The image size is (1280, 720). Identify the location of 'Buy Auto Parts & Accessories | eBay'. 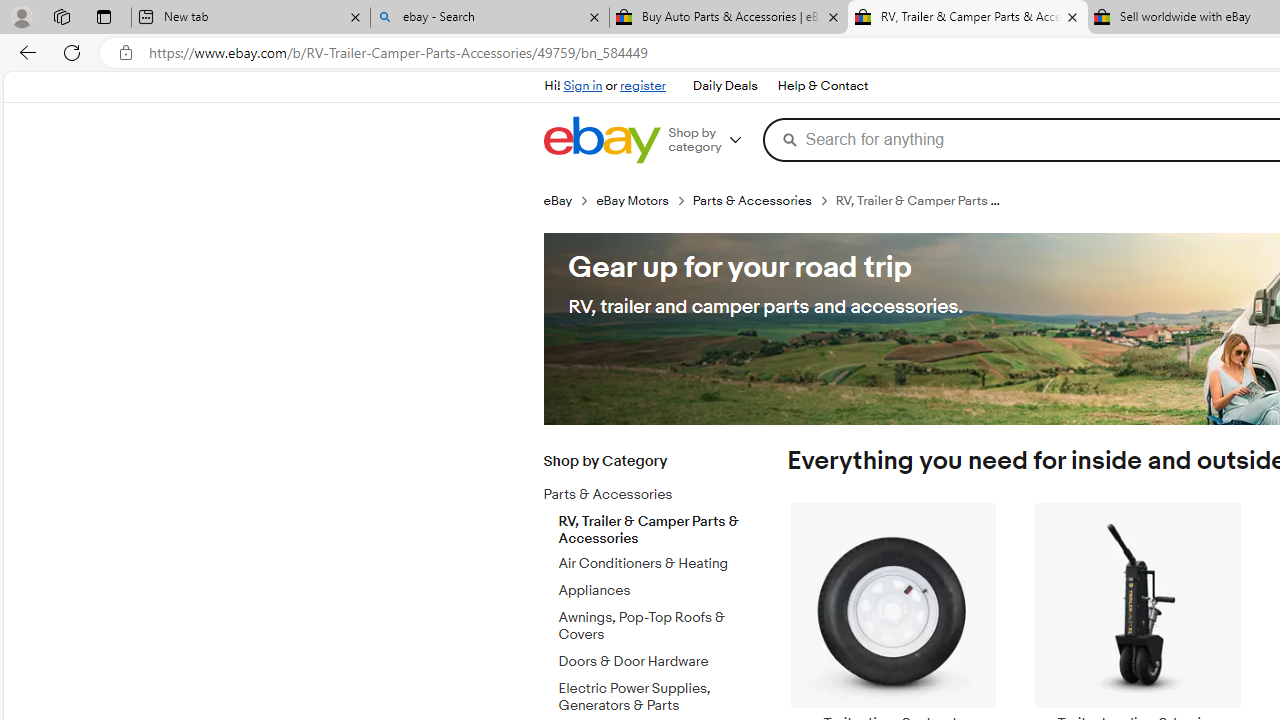
(728, 17).